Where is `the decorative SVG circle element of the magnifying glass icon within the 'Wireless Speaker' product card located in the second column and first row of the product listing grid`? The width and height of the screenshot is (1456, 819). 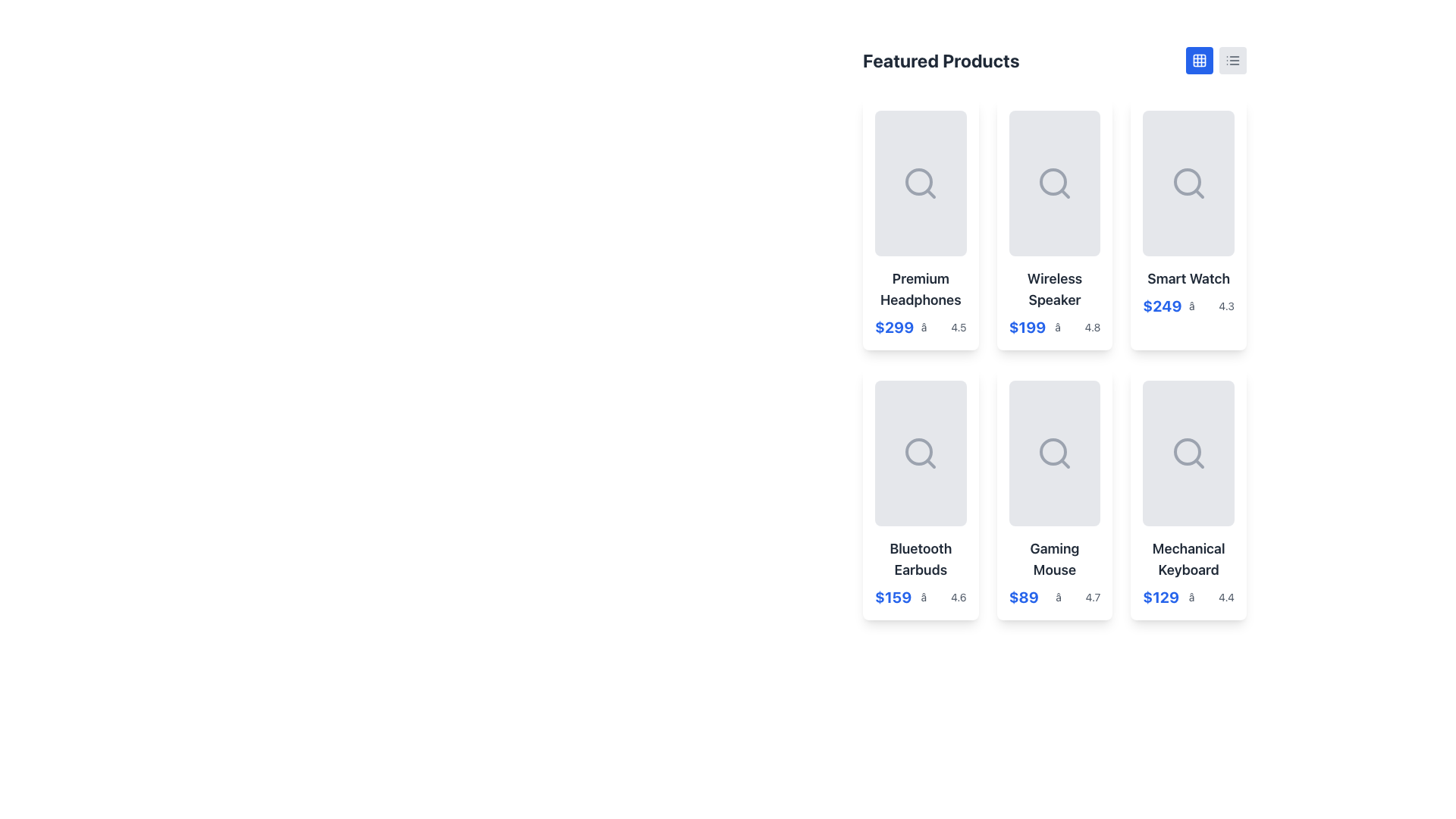 the decorative SVG circle element of the magnifying glass icon within the 'Wireless Speaker' product card located in the second column and first row of the product listing grid is located at coordinates (1052, 180).